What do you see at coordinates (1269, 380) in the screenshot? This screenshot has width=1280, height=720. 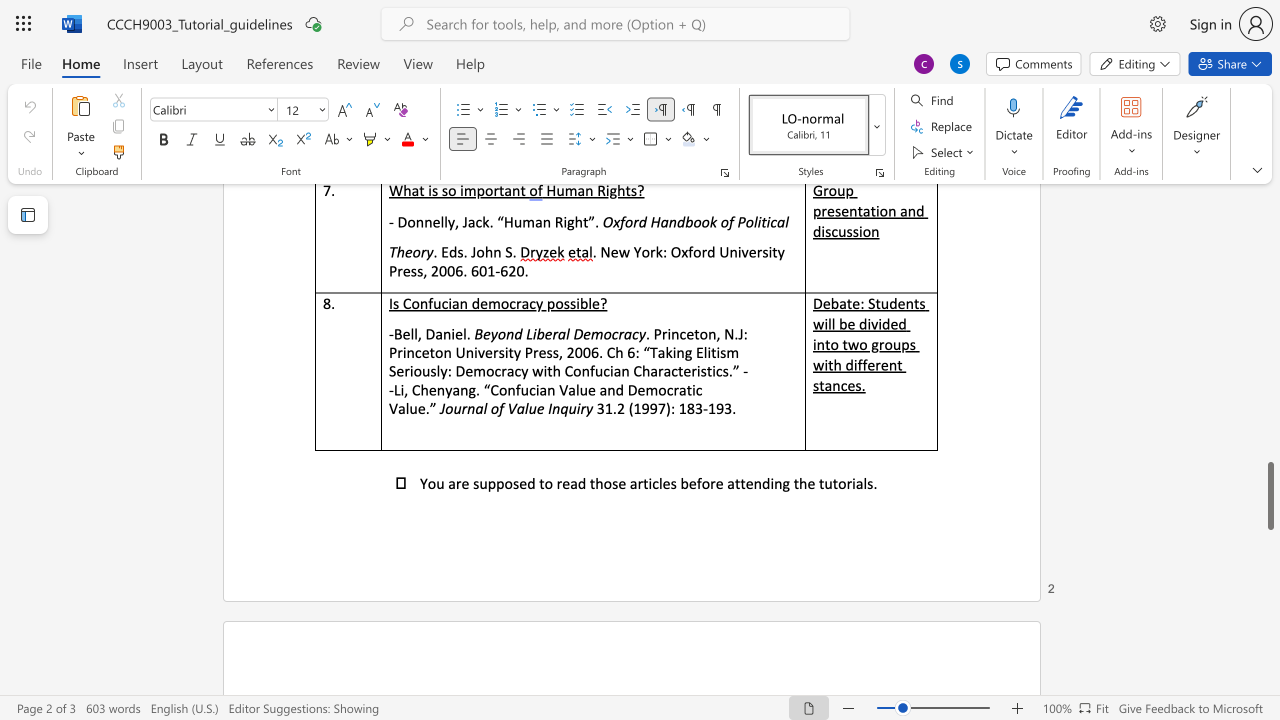 I see `the scrollbar to move the page upward` at bounding box center [1269, 380].